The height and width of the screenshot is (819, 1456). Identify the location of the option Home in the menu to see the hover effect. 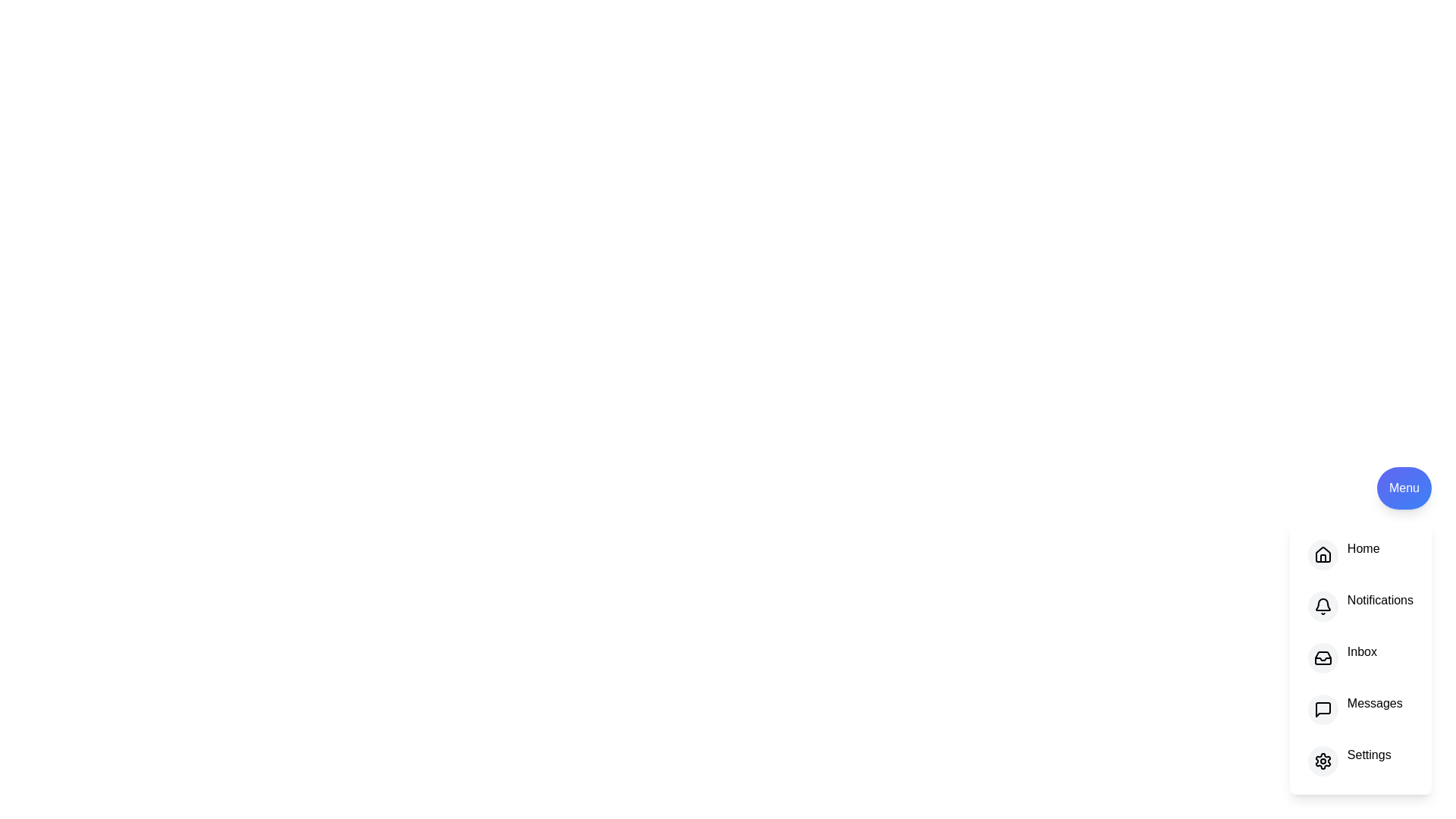
(1360, 555).